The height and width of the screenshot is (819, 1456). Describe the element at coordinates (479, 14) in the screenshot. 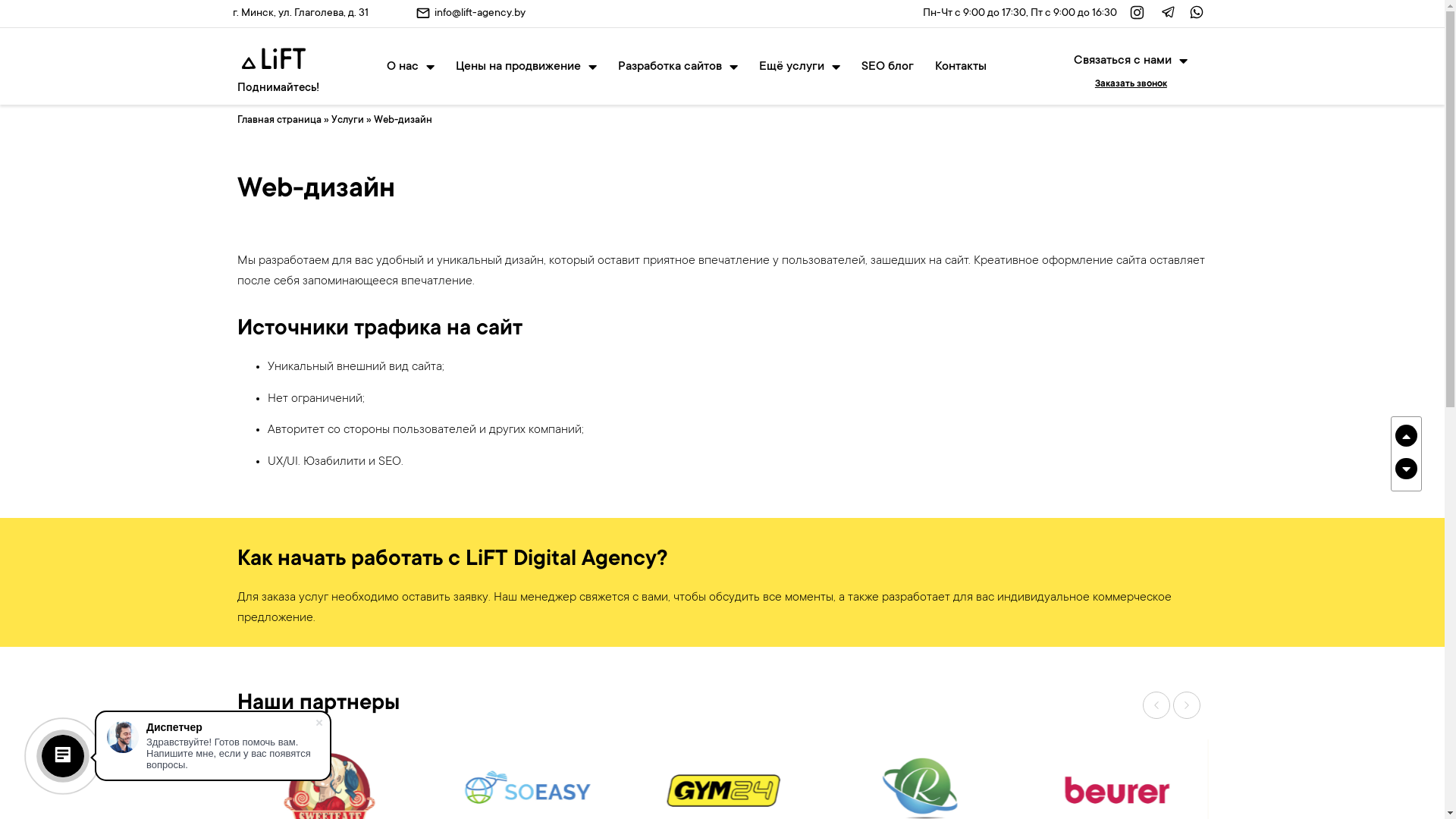

I see `'info@lift-agency.by'` at that location.